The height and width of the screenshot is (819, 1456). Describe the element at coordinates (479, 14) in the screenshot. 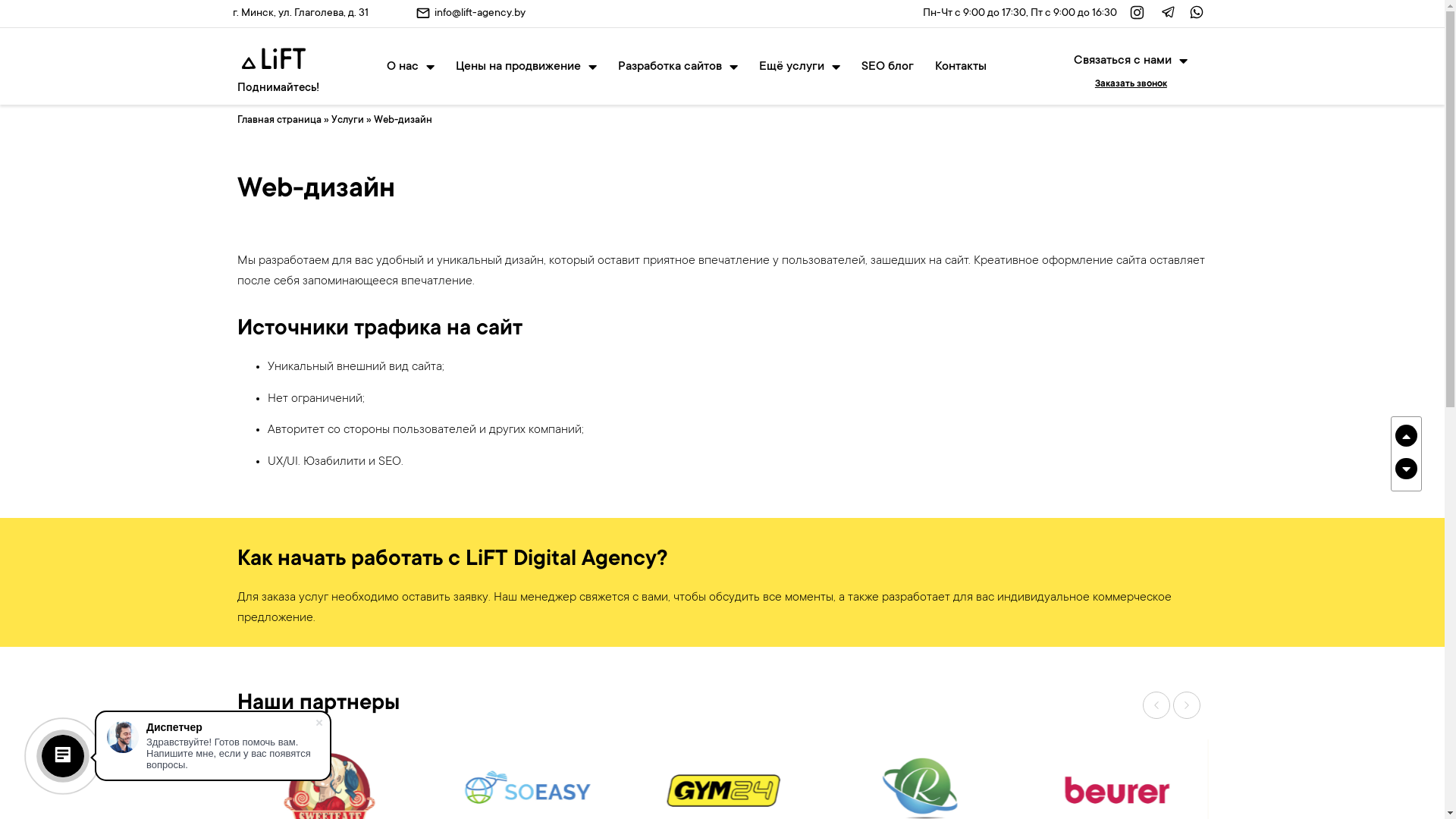

I see `'info@lift-agency.by'` at that location.